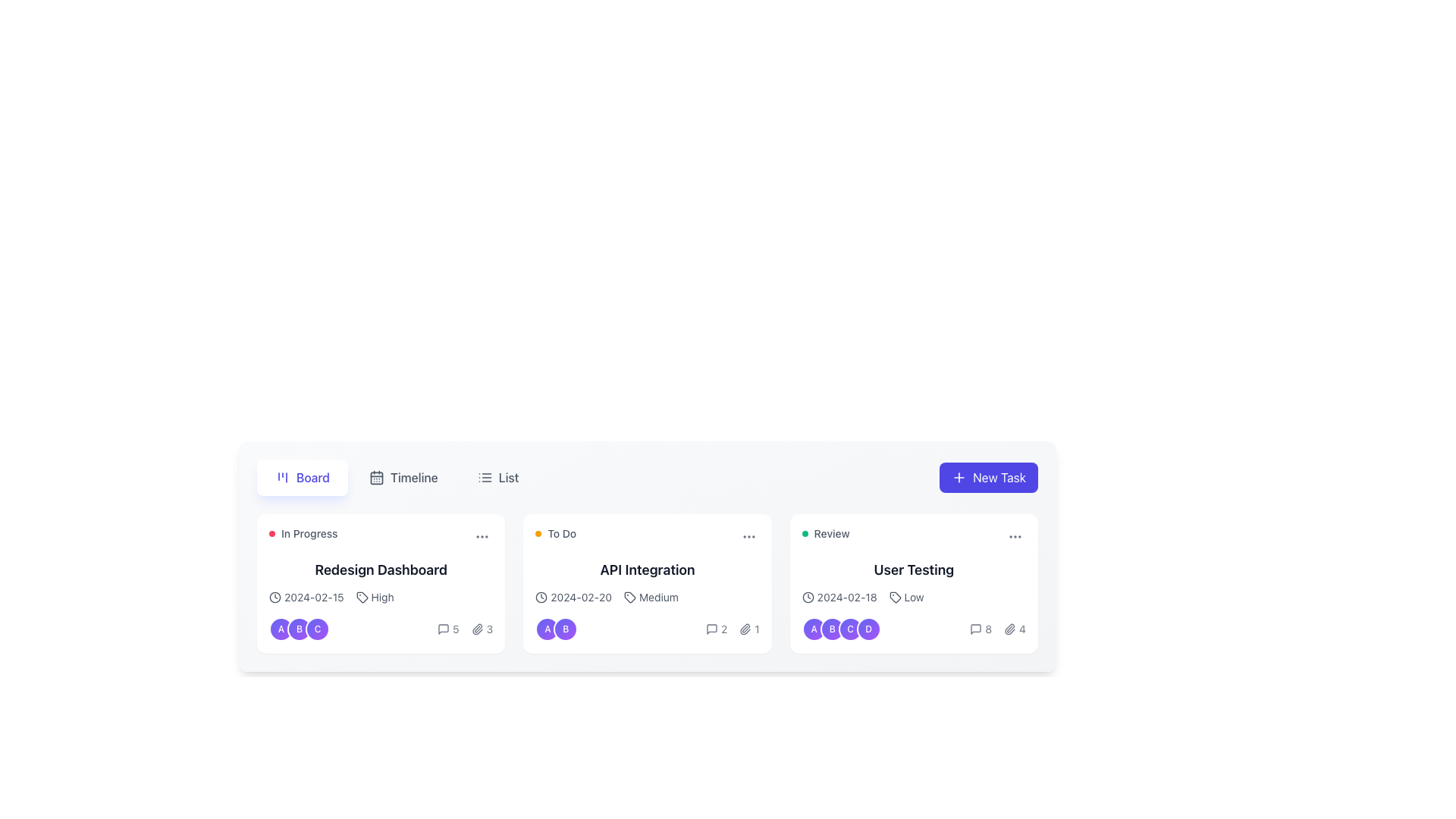 This screenshot has height=819, width=1456. I want to click on the 'List' text label in the navigation menu, so click(509, 476).